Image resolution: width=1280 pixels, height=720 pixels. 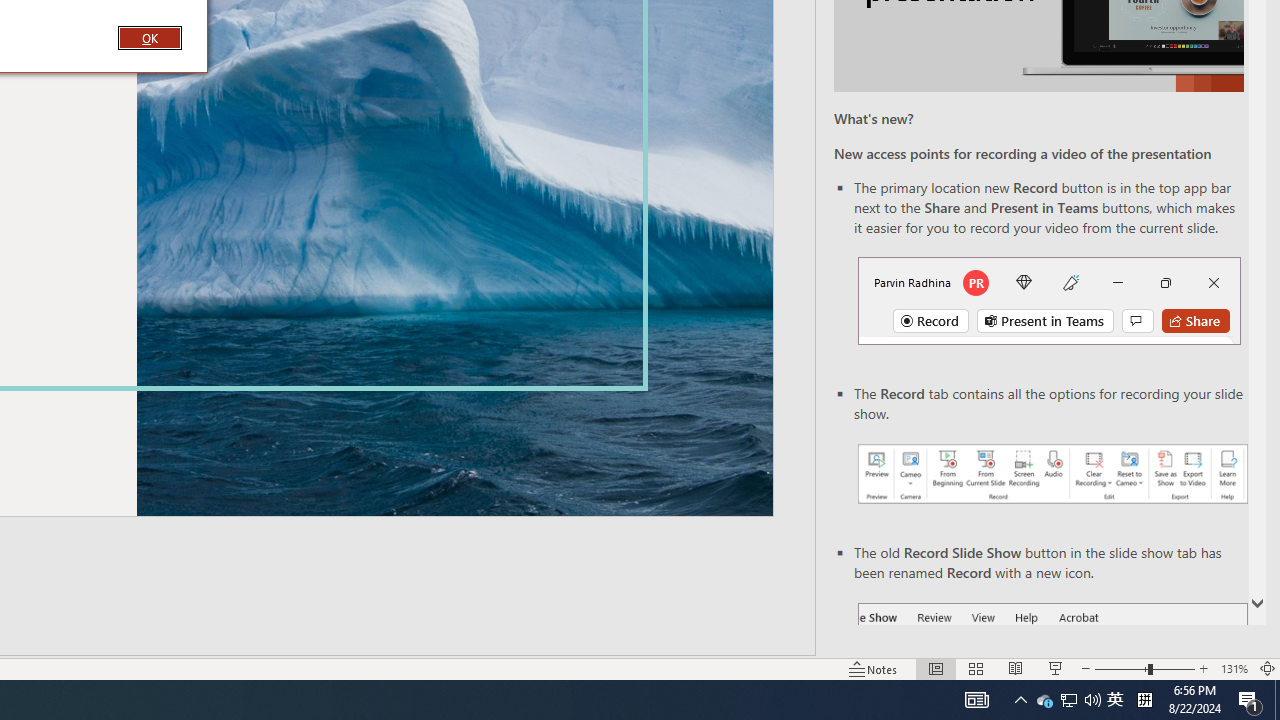 I want to click on 'Reading View', so click(x=1015, y=669).